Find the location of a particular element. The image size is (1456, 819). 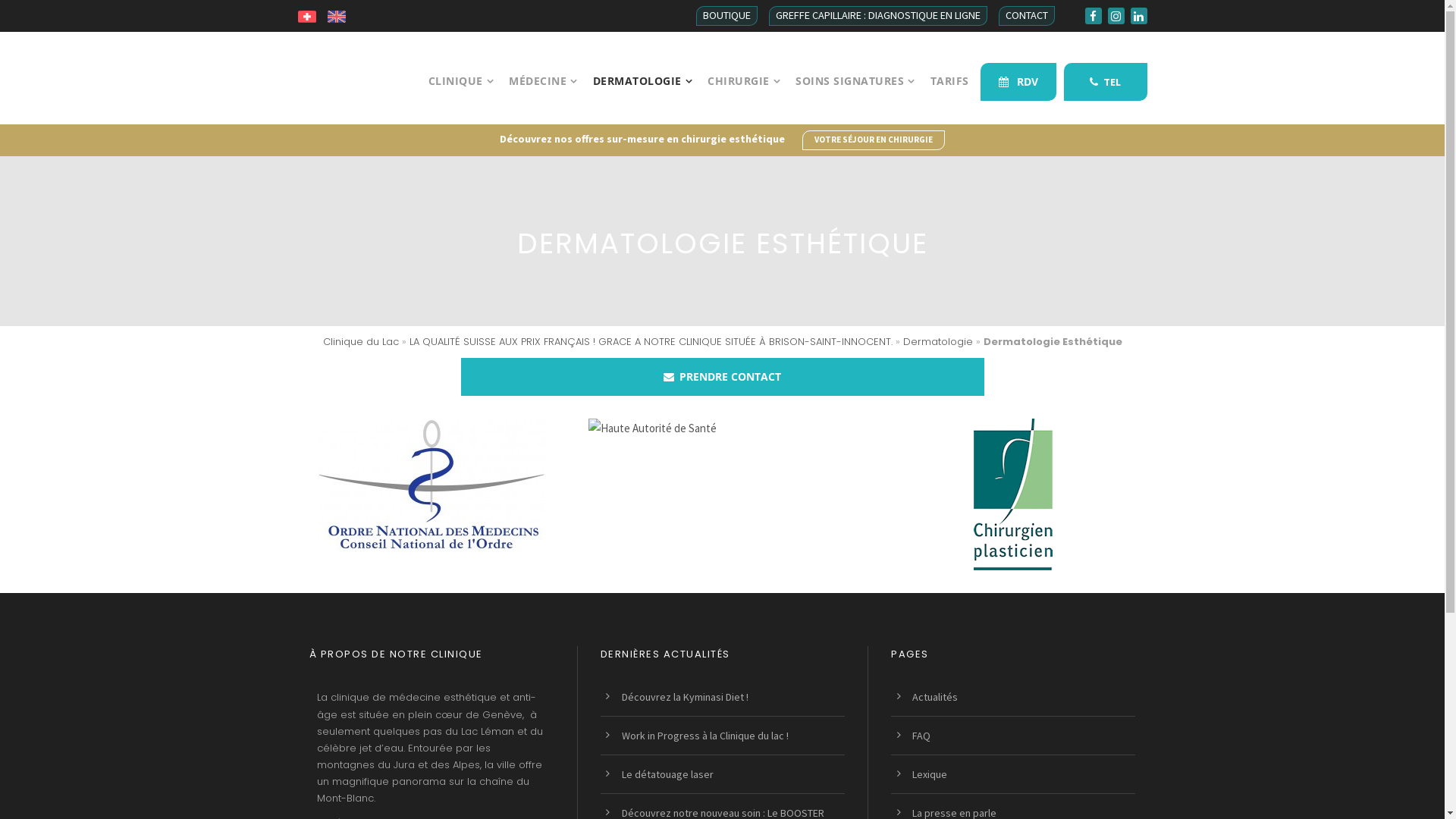

'CONTACT' is located at coordinates (997, 15).